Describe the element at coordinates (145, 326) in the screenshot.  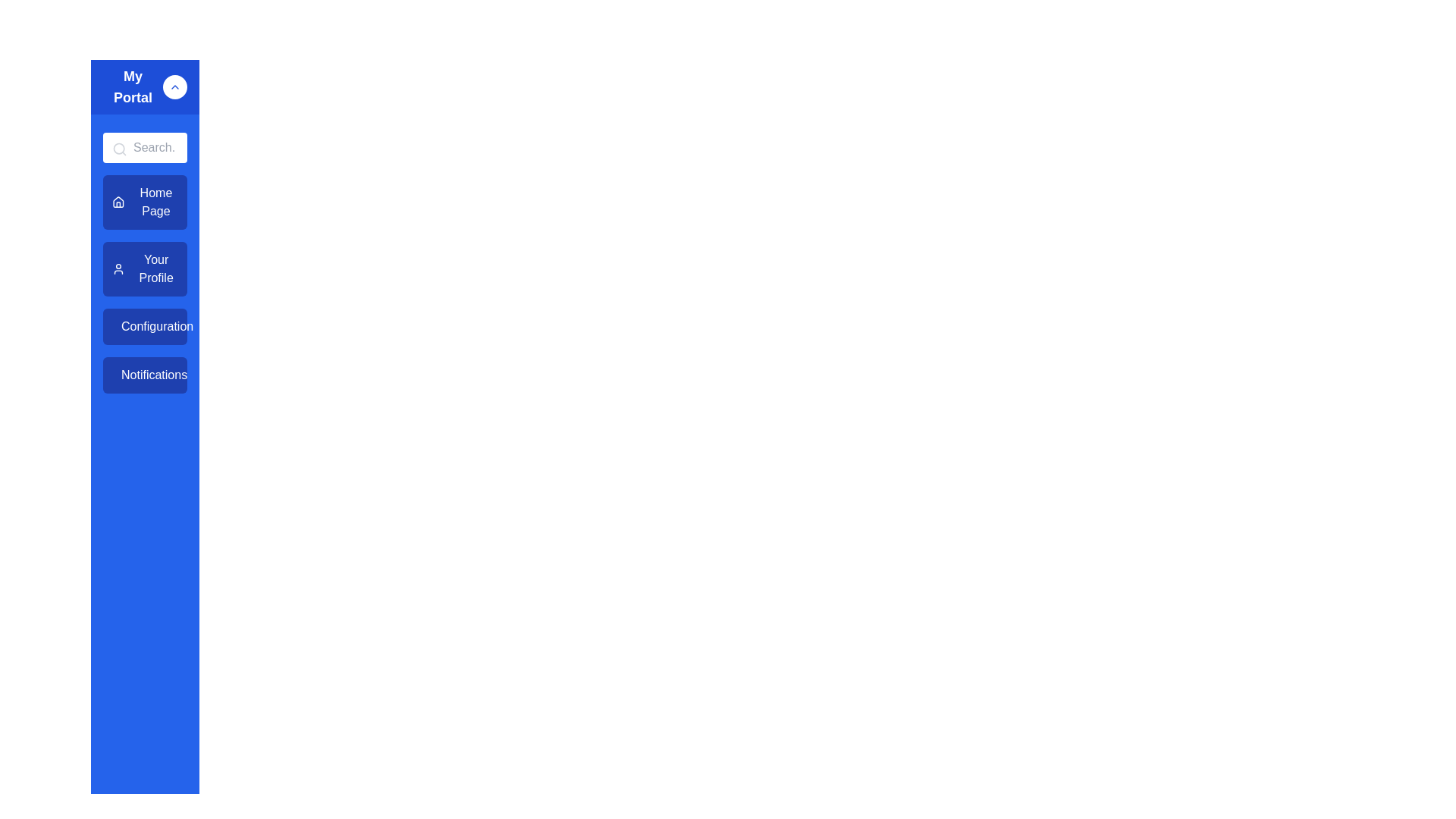
I see `the 'Configuration' button located in the third position of the vertical sidebar menu` at that location.